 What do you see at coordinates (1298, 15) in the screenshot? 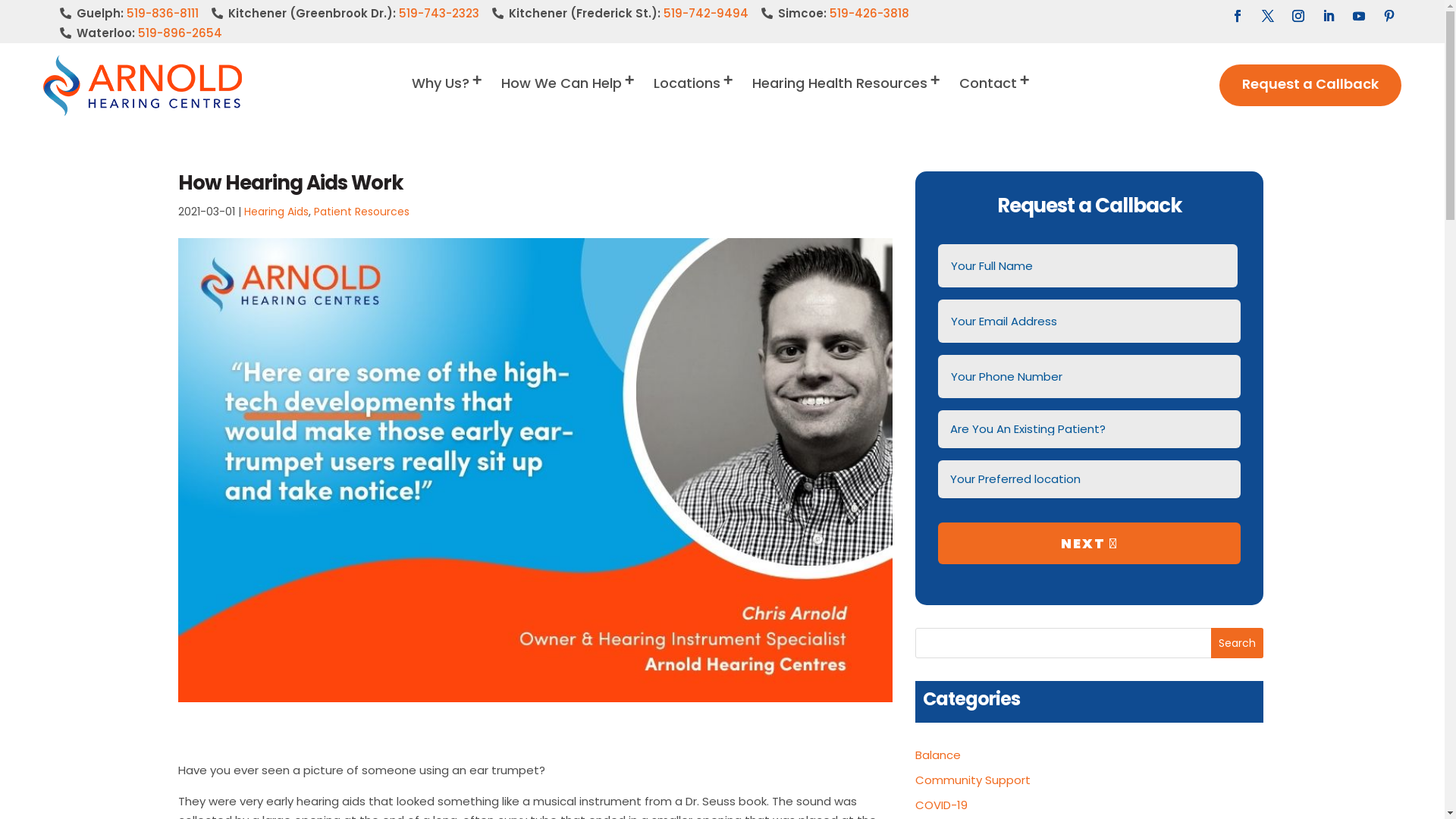
I see `'Follow on Instagram'` at bounding box center [1298, 15].